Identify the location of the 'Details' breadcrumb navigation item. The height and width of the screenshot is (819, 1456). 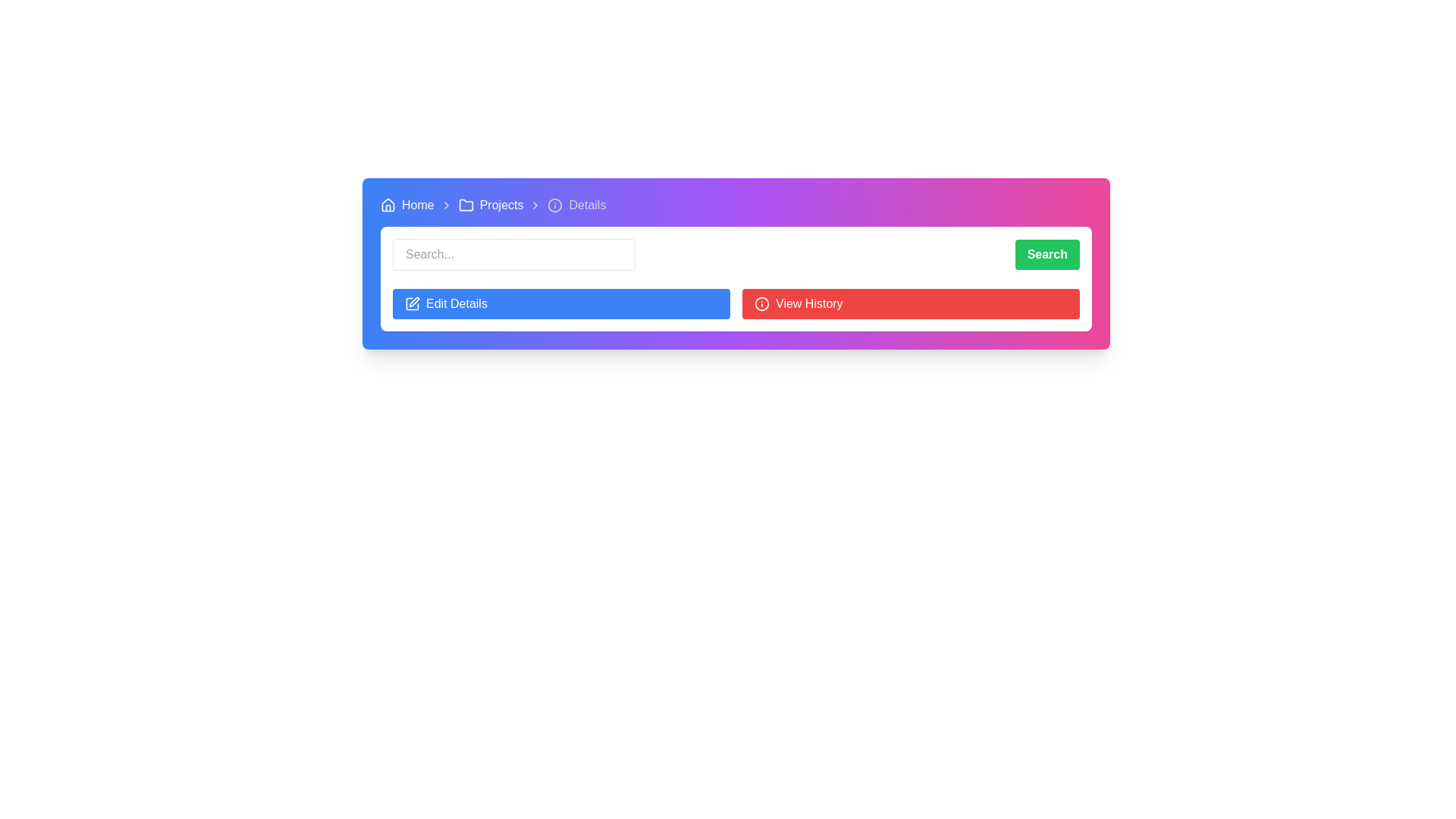
(576, 205).